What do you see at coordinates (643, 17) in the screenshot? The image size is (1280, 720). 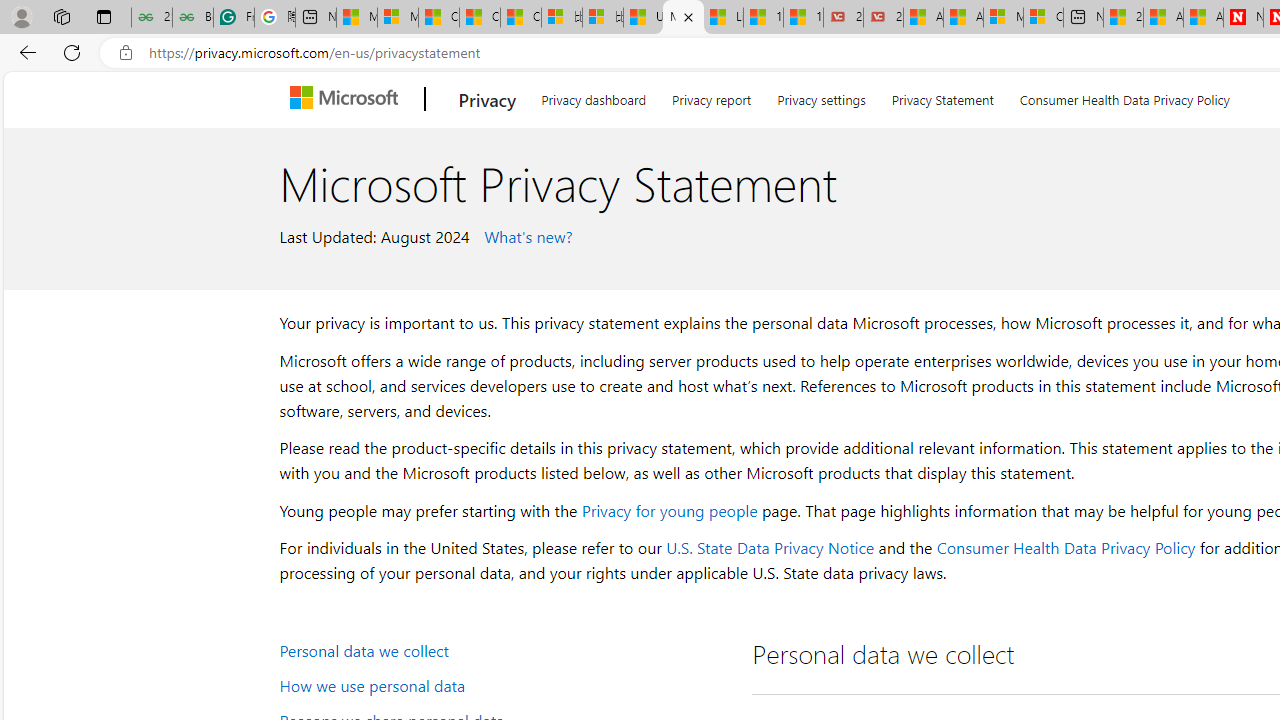 I see `'USA TODAY - MSN'` at bounding box center [643, 17].